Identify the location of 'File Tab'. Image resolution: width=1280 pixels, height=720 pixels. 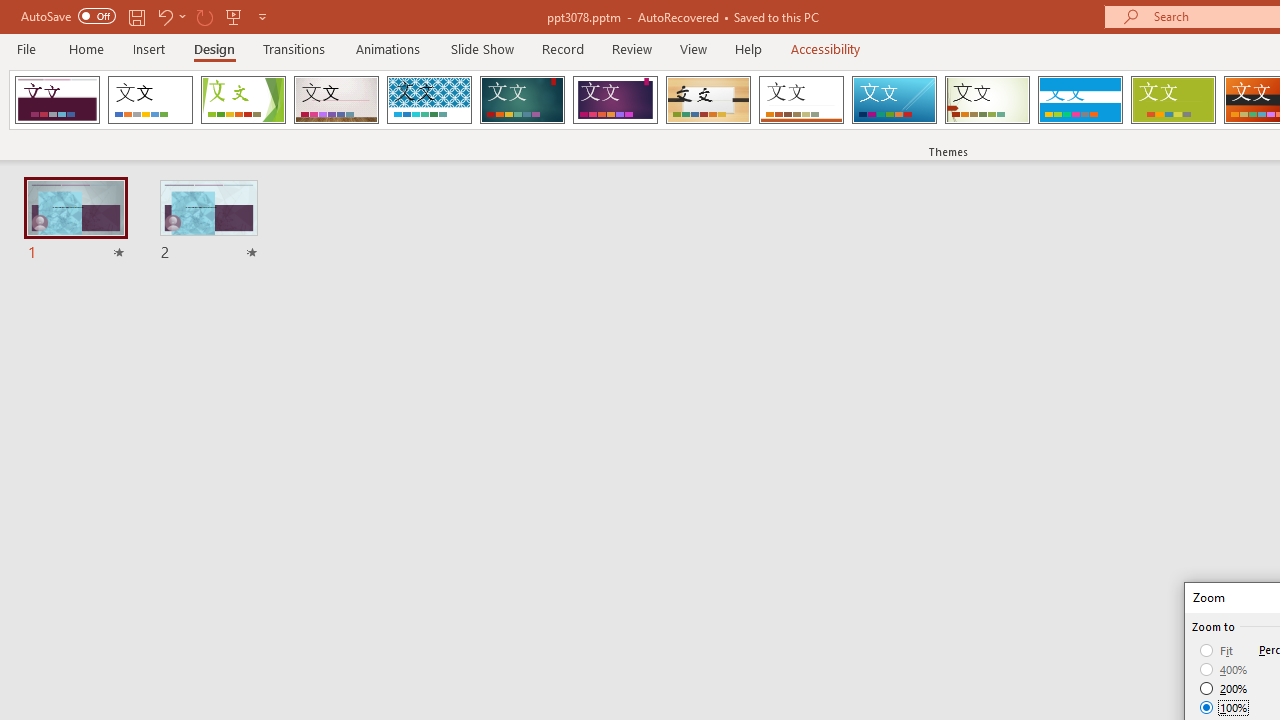
(26, 47).